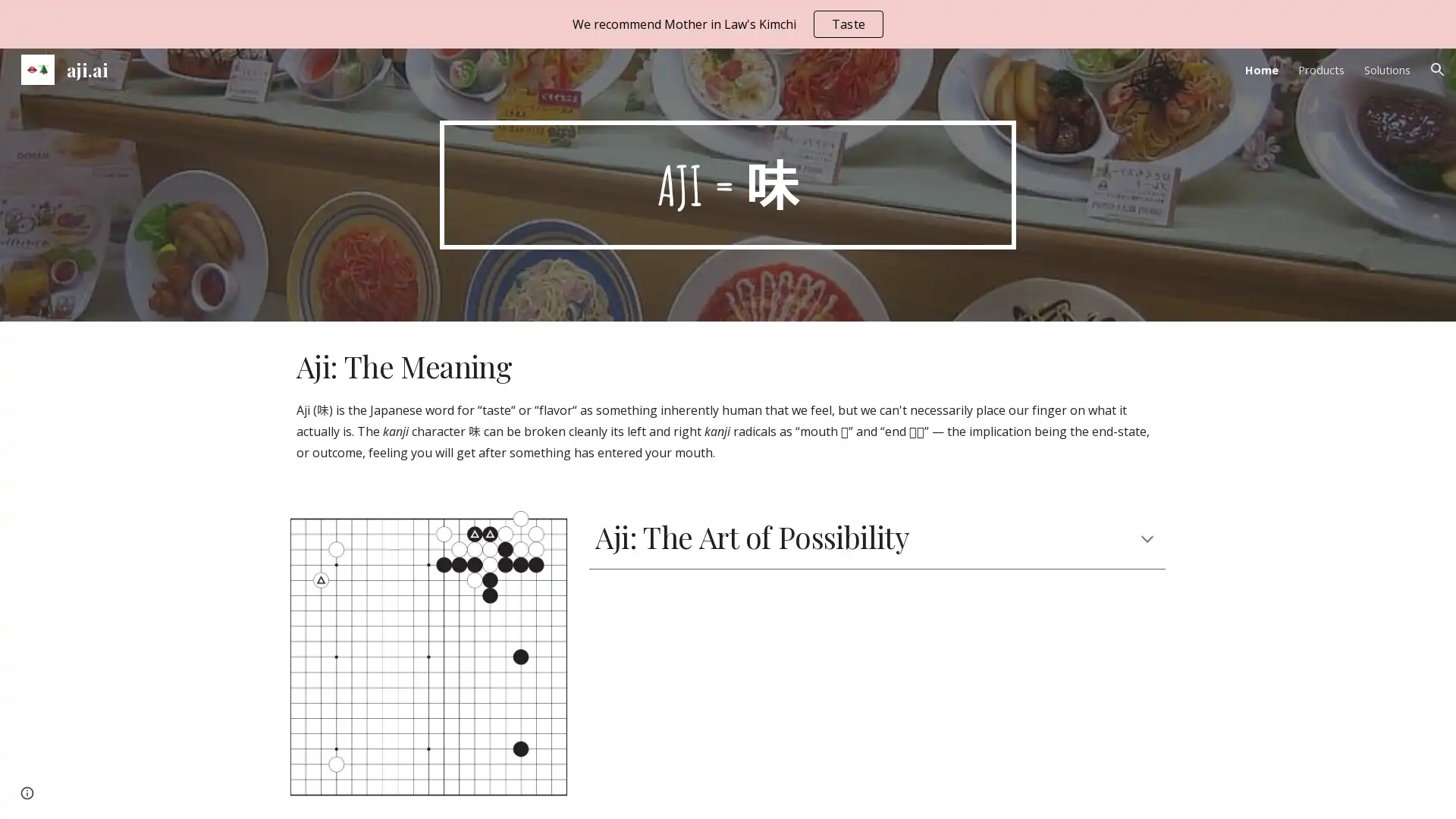  Describe the element at coordinates (27, 792) in the screenshot. I see `Site actions` at that location.